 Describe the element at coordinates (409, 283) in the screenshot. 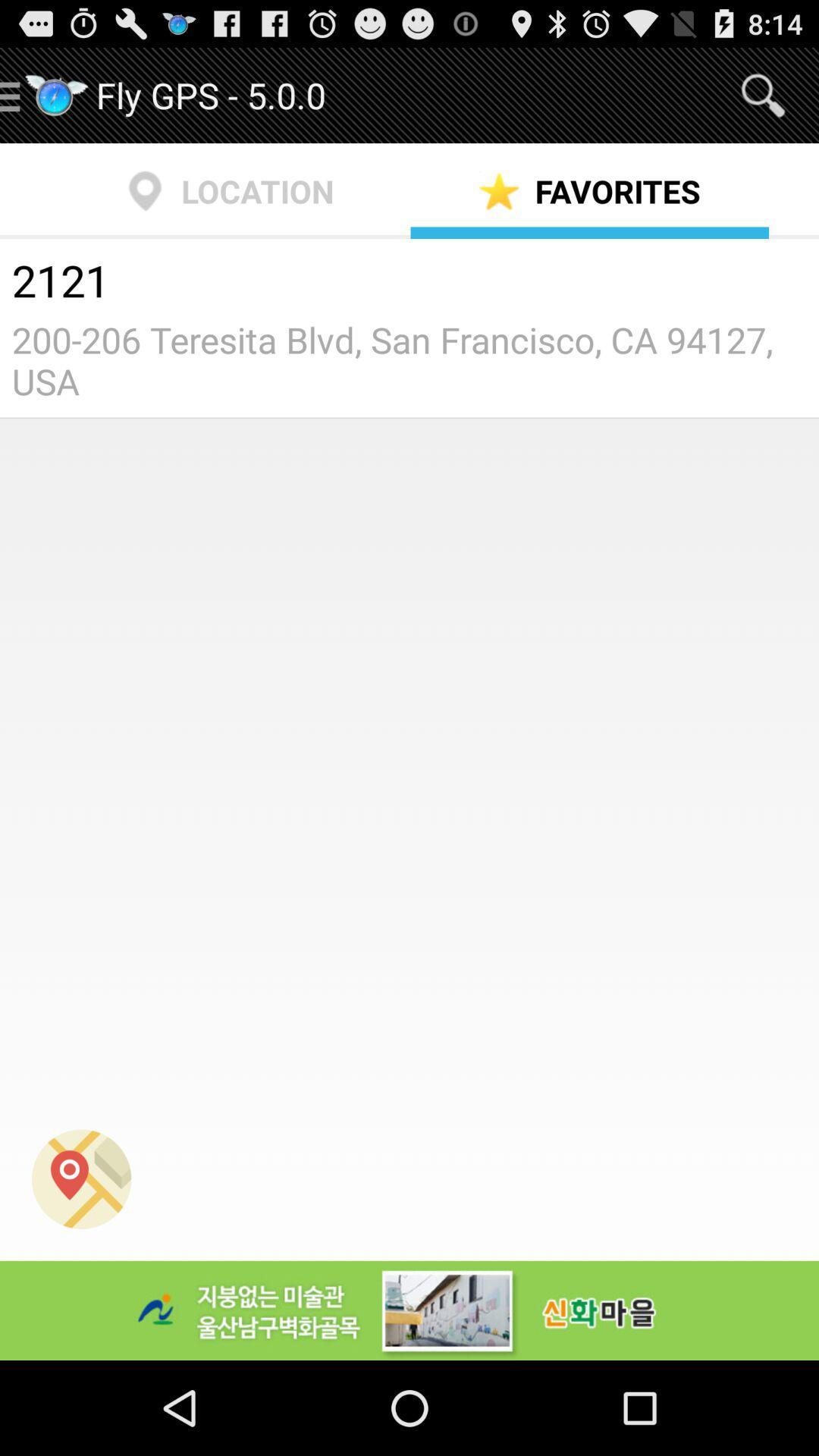

I see `the 2121 item` at that location.